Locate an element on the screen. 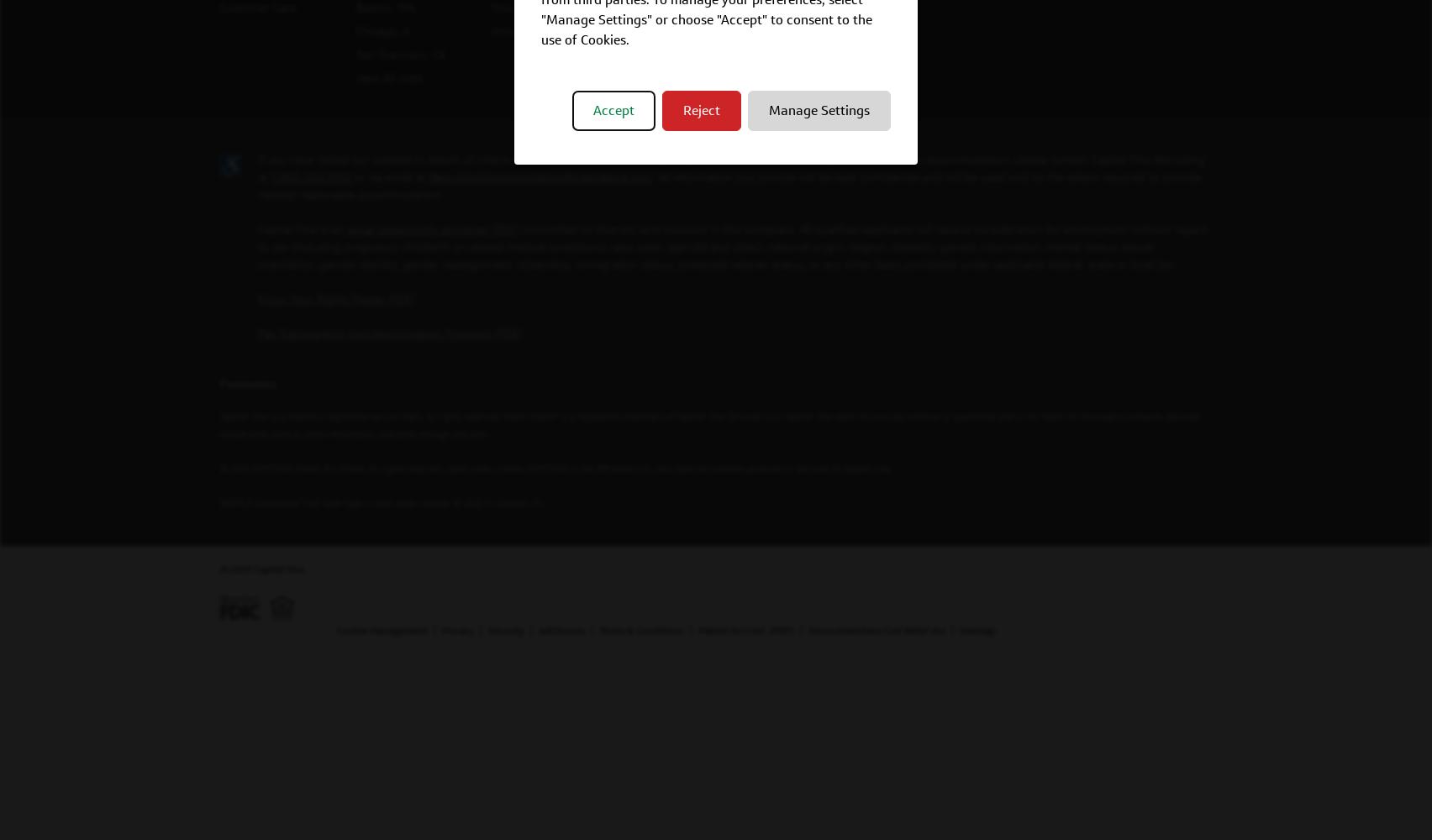  '1-800-304-9102' is located at coordinates (271, 176).